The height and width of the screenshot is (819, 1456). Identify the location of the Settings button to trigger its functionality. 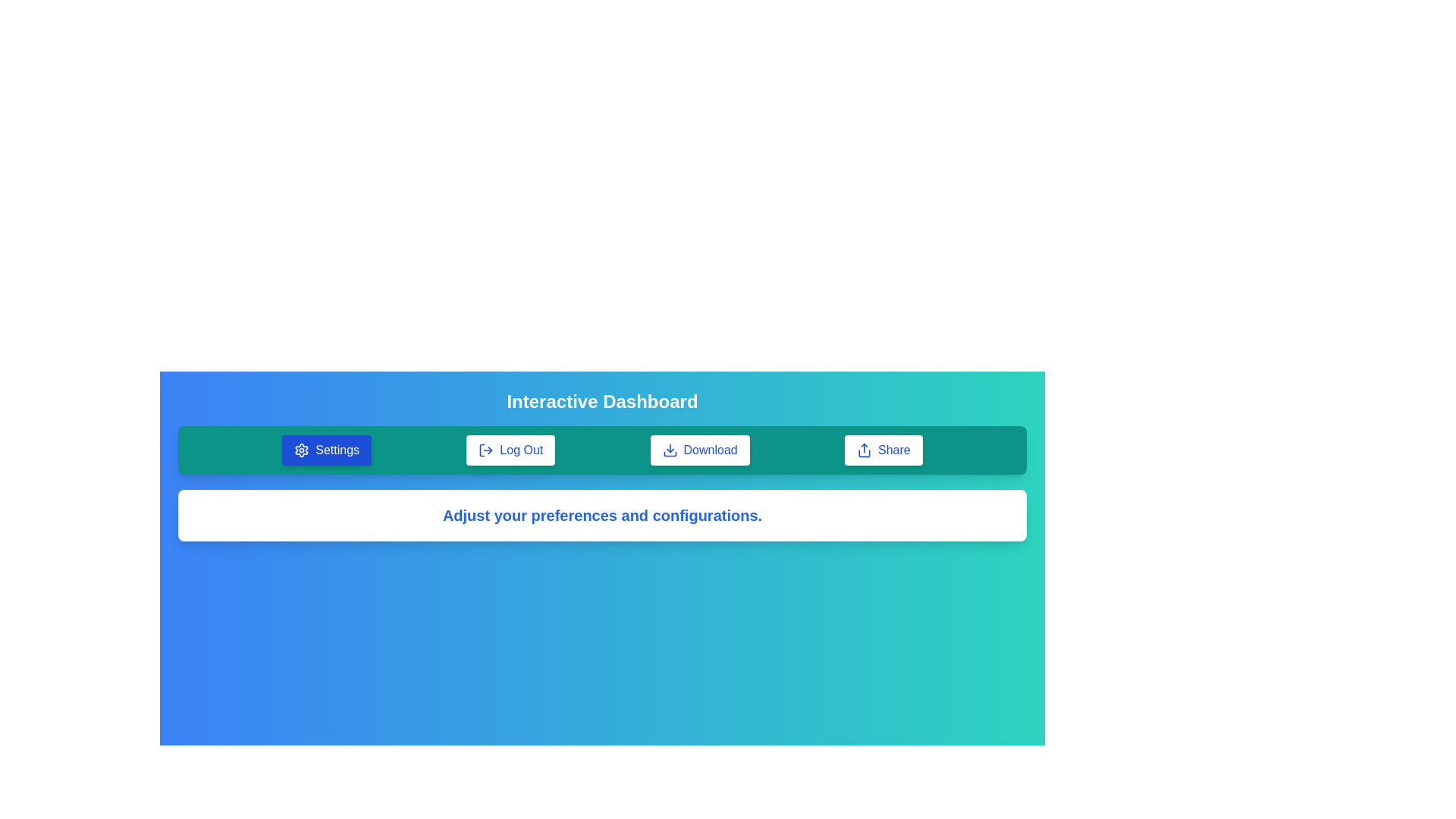
(326, 450).